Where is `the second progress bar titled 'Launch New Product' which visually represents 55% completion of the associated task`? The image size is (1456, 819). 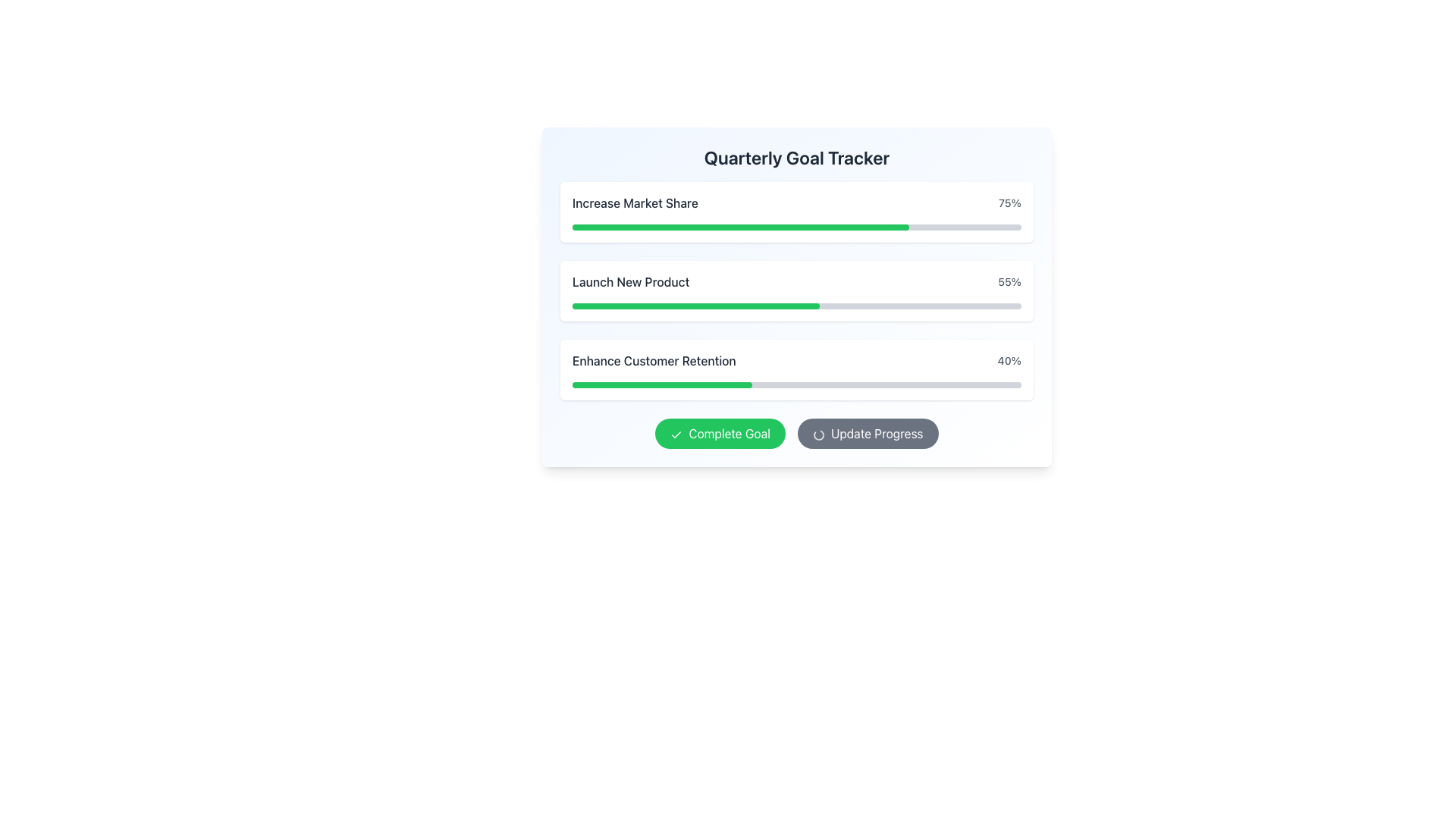
the second progress bar titled 'Launch New Product' which visually represents 55% completion of the associated task is located at coordinates (695, 306).